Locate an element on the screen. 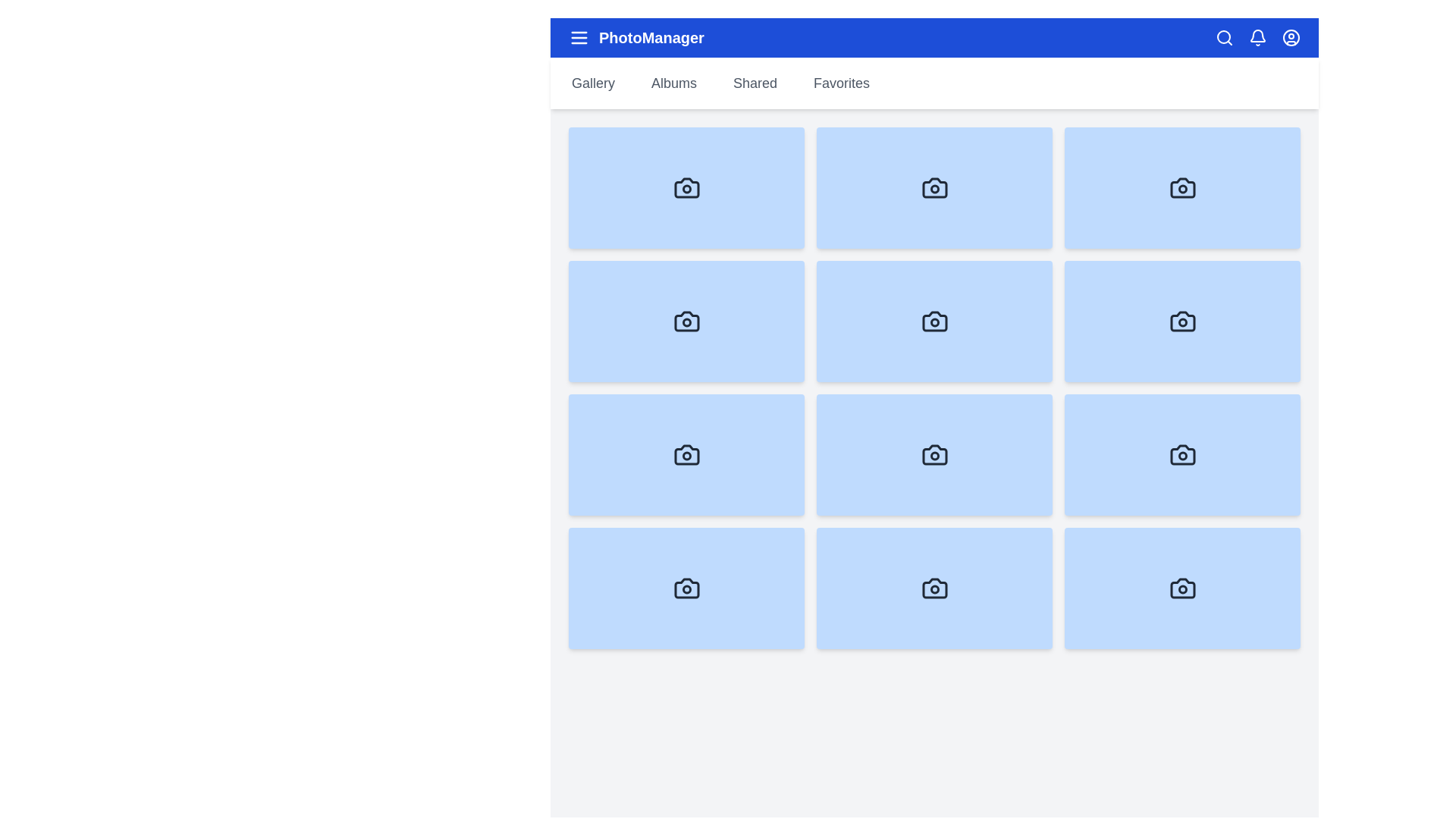 The width and height of the screenshot is (1456, 819). menu button to toggle the main menu visibility is located at coordinates (578, 37).